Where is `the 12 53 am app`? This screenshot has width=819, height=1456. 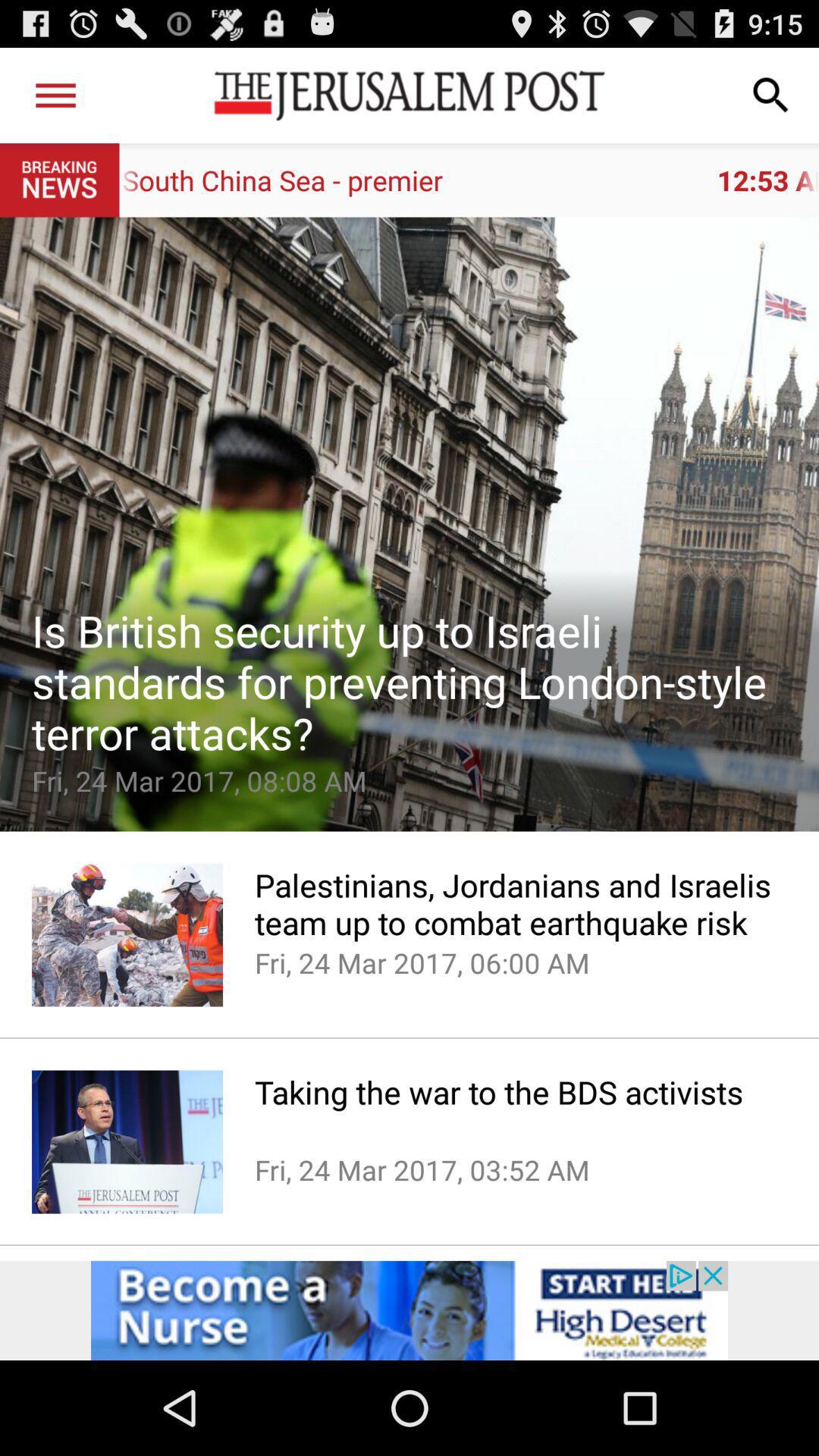 the 12 53 am app is located at coordinates (468, 180).